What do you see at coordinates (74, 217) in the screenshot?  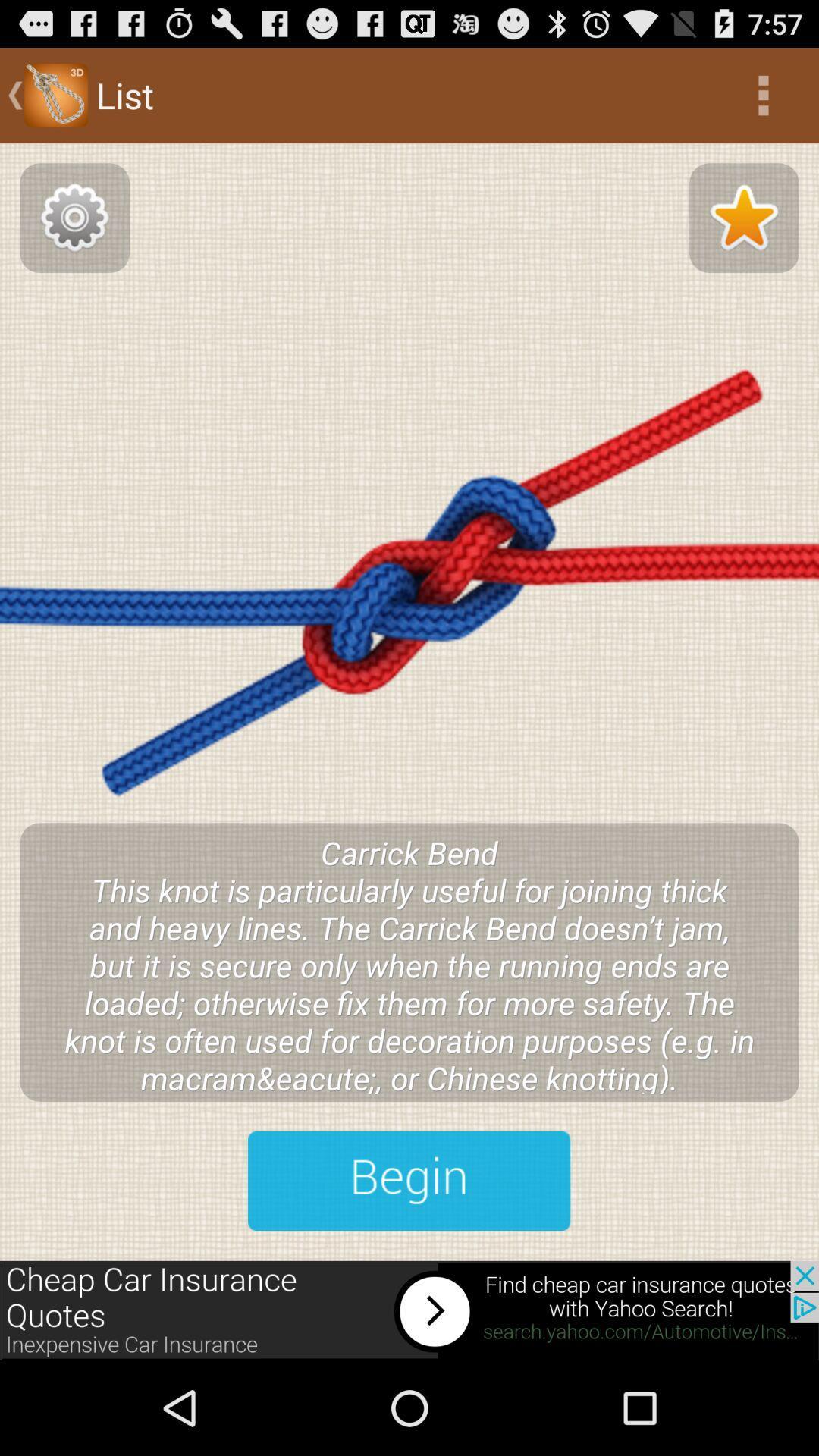 I see `app setting` at bounding box center [74, 217].